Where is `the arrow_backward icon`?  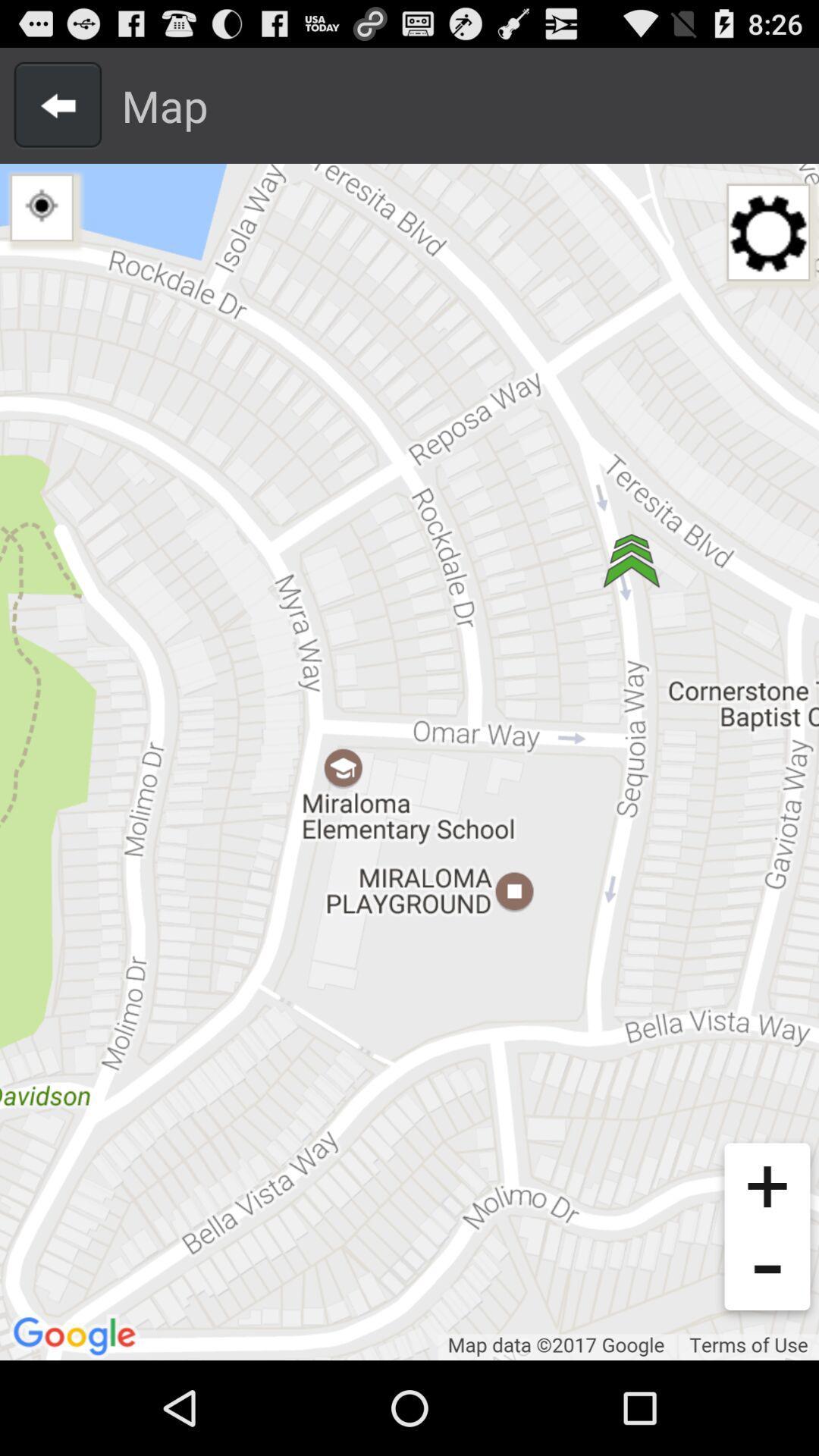
the arrow_backward icon is located at coordinates (57, 112).